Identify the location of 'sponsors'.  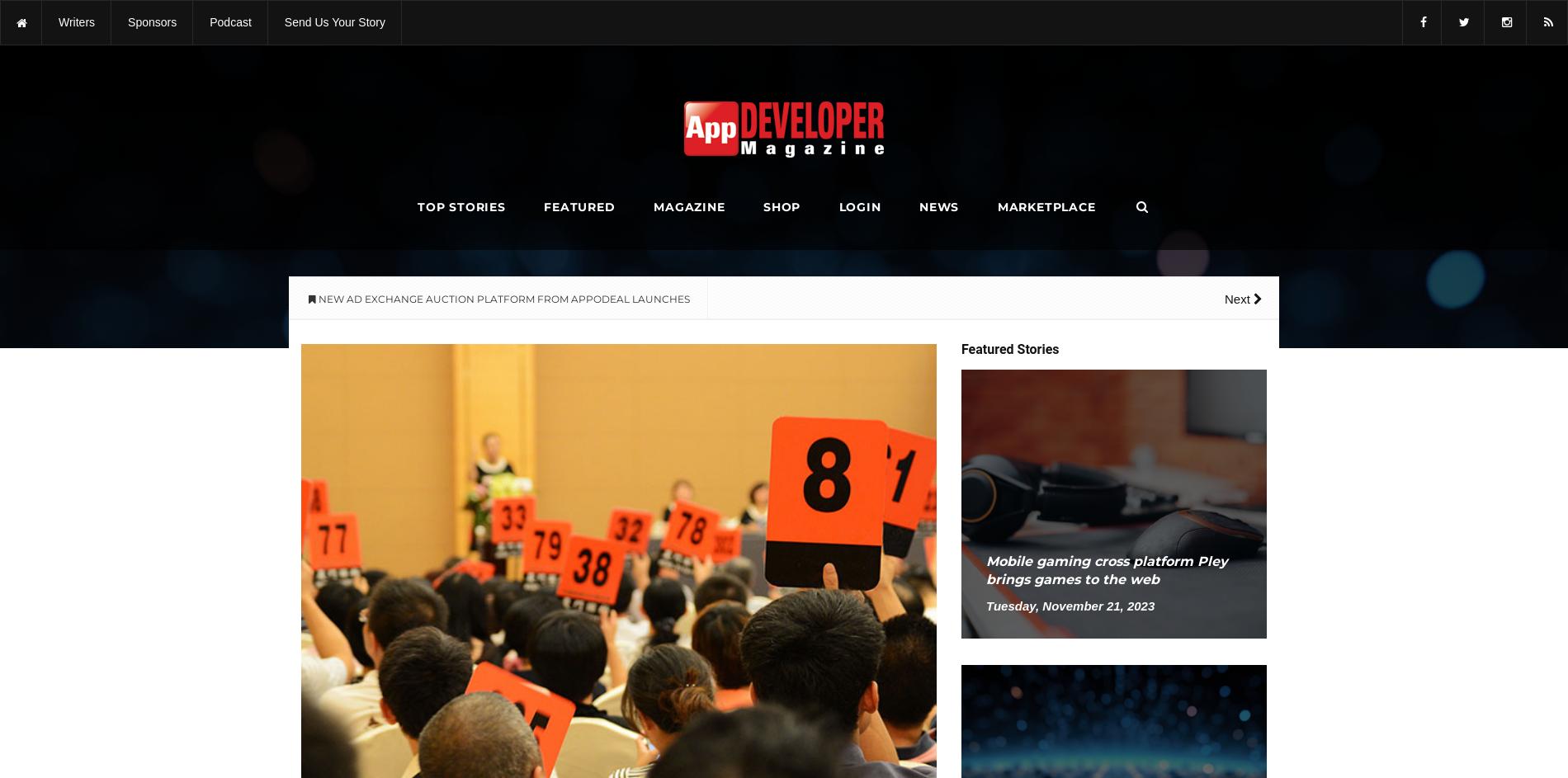
(128, 21).